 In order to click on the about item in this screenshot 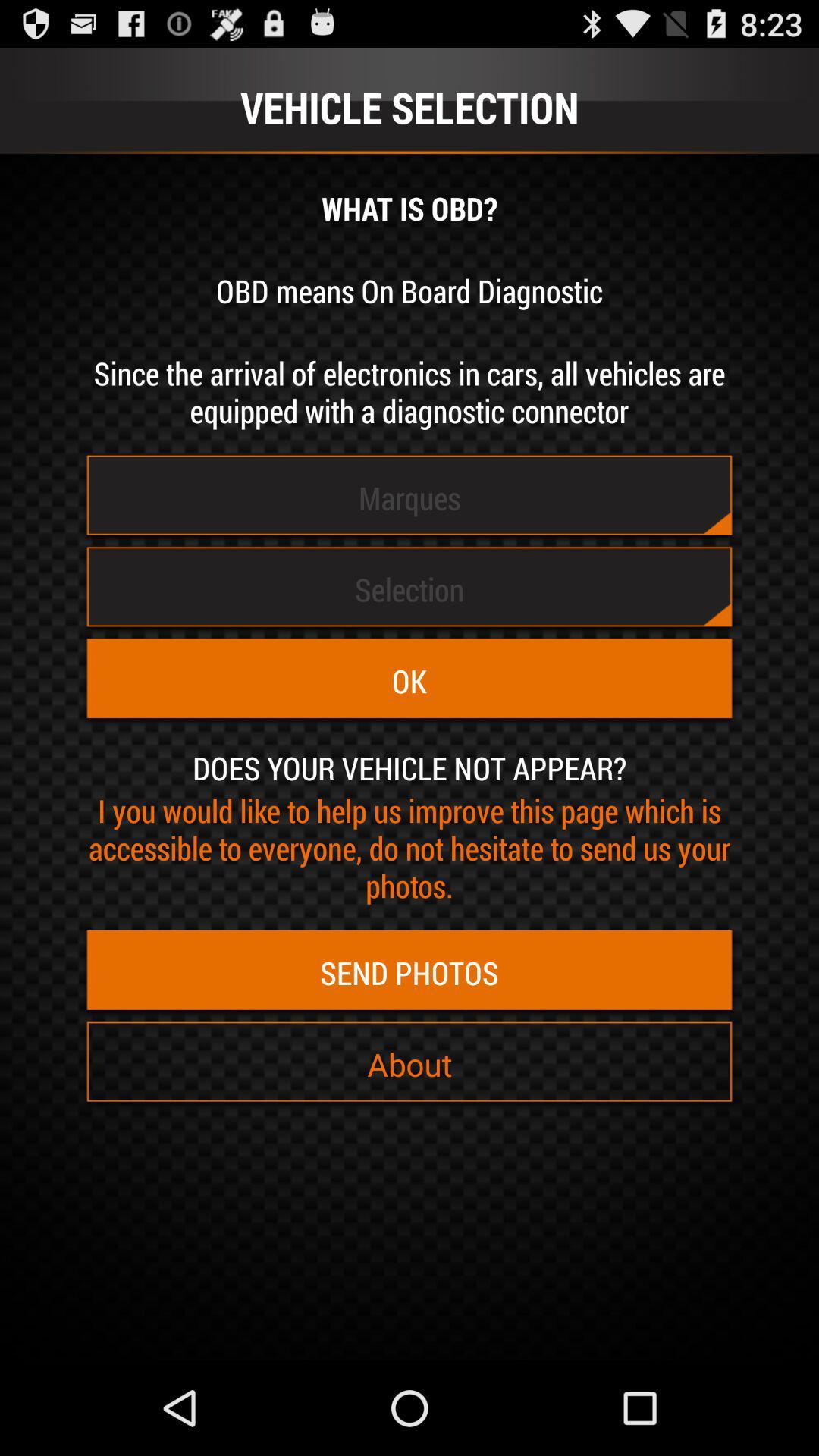, I will do `click(409, 1063)`.